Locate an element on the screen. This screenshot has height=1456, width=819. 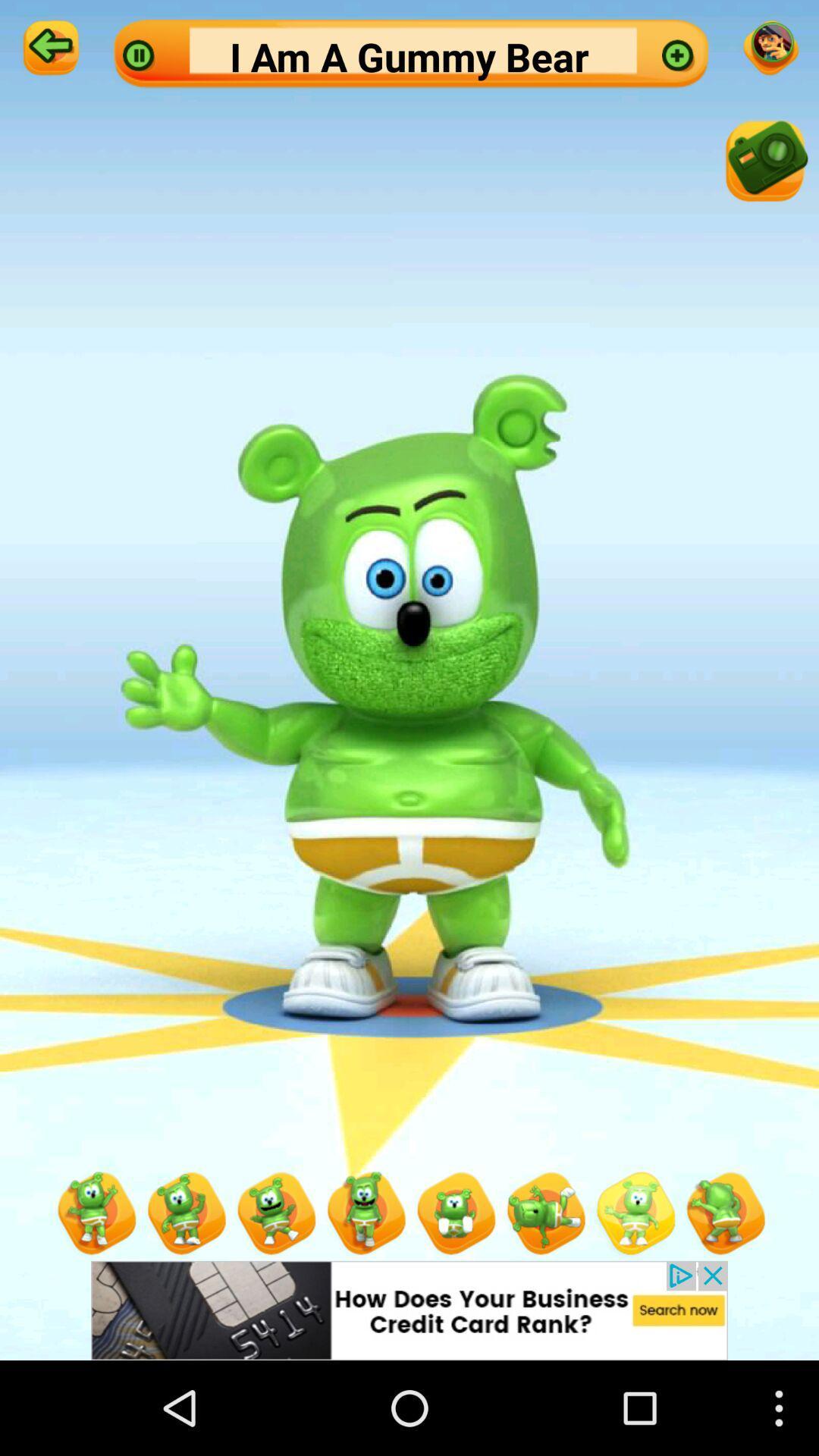
the photo icon is located at coordinates (764, 175).